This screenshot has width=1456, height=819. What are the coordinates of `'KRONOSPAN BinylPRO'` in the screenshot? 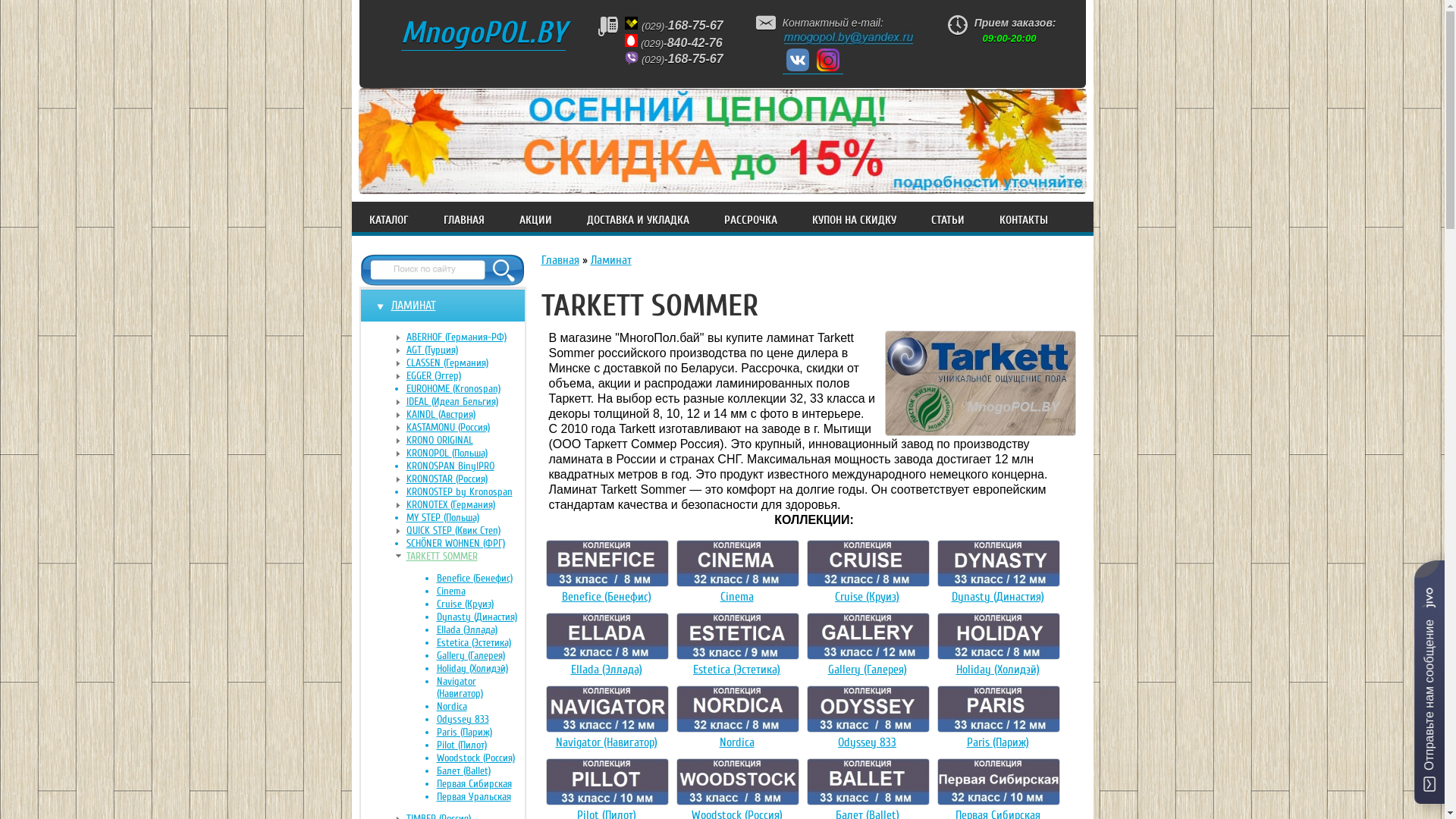 It's located at (465, 465).